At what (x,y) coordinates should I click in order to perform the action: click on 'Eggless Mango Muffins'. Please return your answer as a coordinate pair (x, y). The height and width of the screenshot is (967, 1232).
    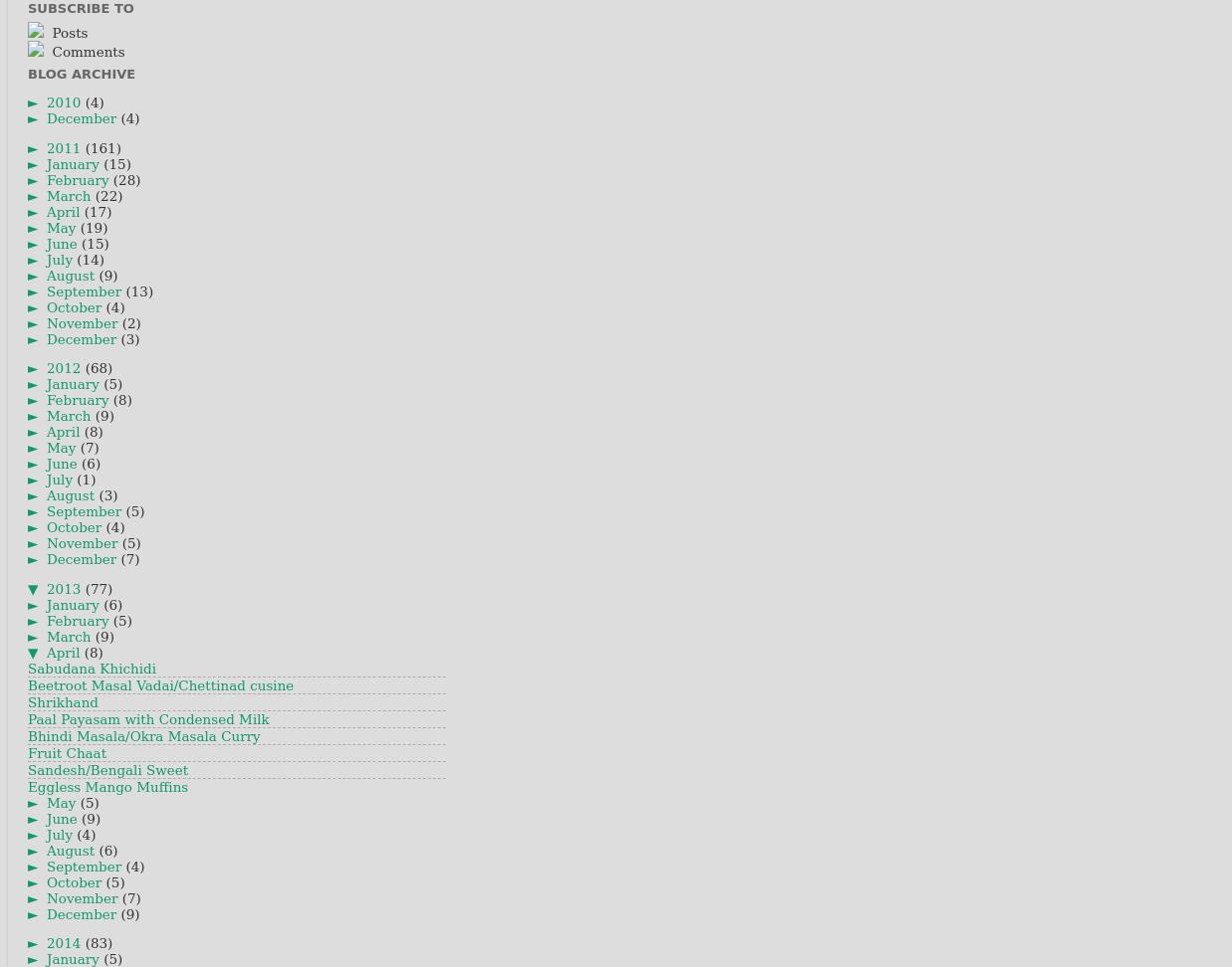
    Looking at the image, I should click on (107, 786).